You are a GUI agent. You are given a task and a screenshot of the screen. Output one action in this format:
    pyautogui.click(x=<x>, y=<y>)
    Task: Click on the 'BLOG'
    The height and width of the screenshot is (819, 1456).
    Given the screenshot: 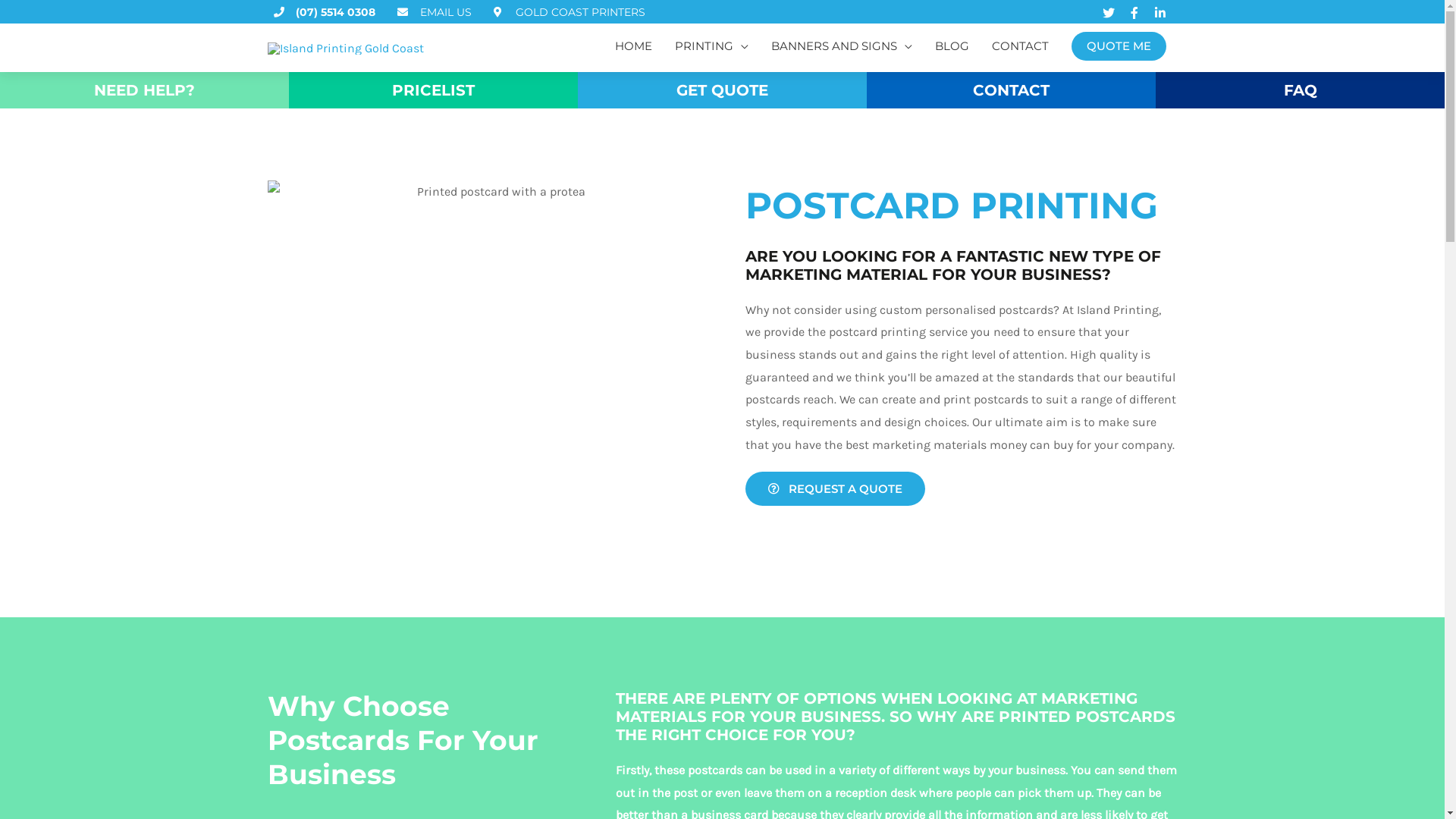 What is the action you would take?
    pyautogui.click(x=951, y=45)
    